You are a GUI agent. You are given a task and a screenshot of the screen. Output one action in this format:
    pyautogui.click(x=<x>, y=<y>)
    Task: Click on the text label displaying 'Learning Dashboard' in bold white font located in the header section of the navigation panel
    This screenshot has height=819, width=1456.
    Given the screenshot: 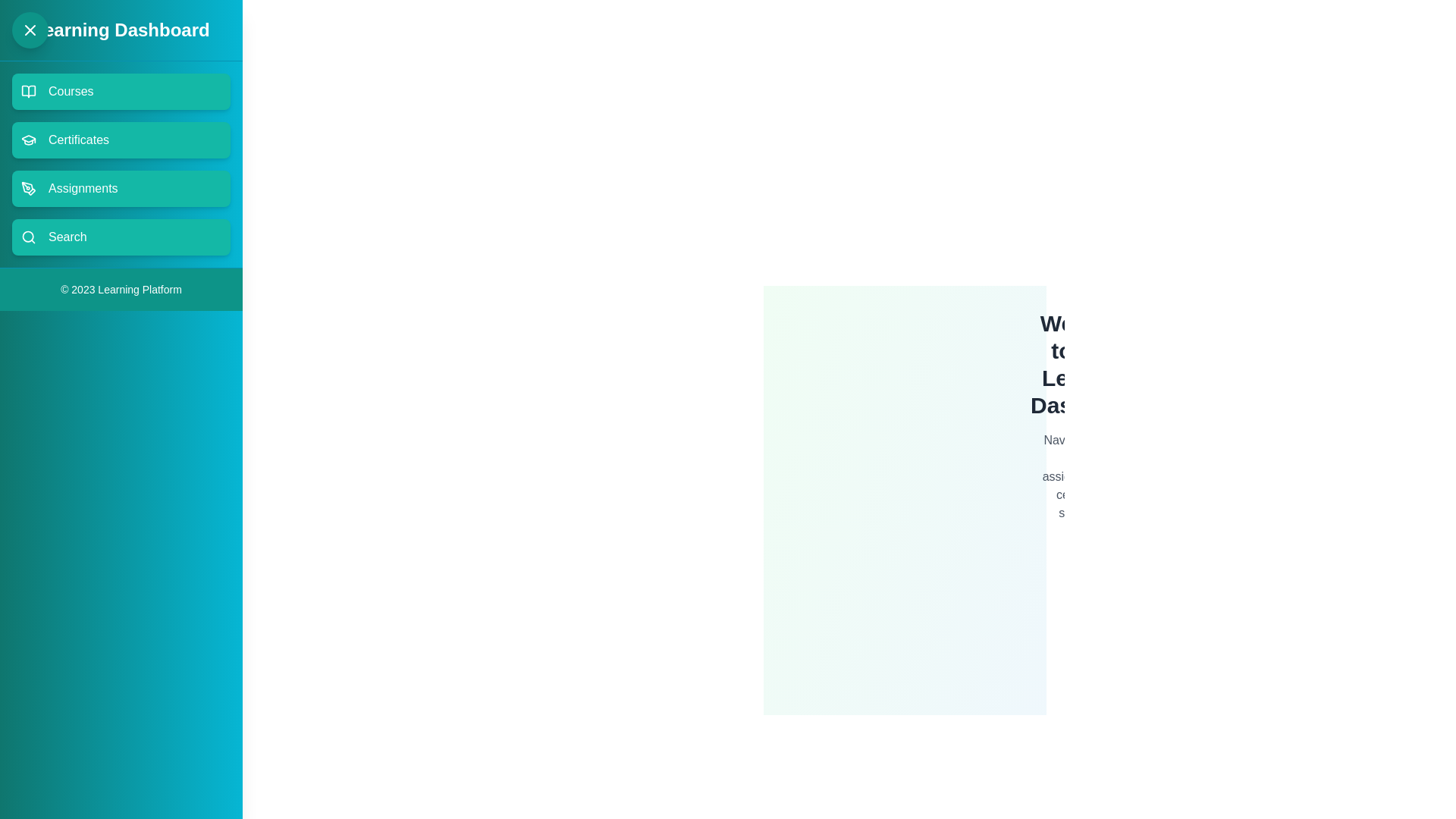 What is the action you would take?
    pyautogui.click(x=120, y=30)
    